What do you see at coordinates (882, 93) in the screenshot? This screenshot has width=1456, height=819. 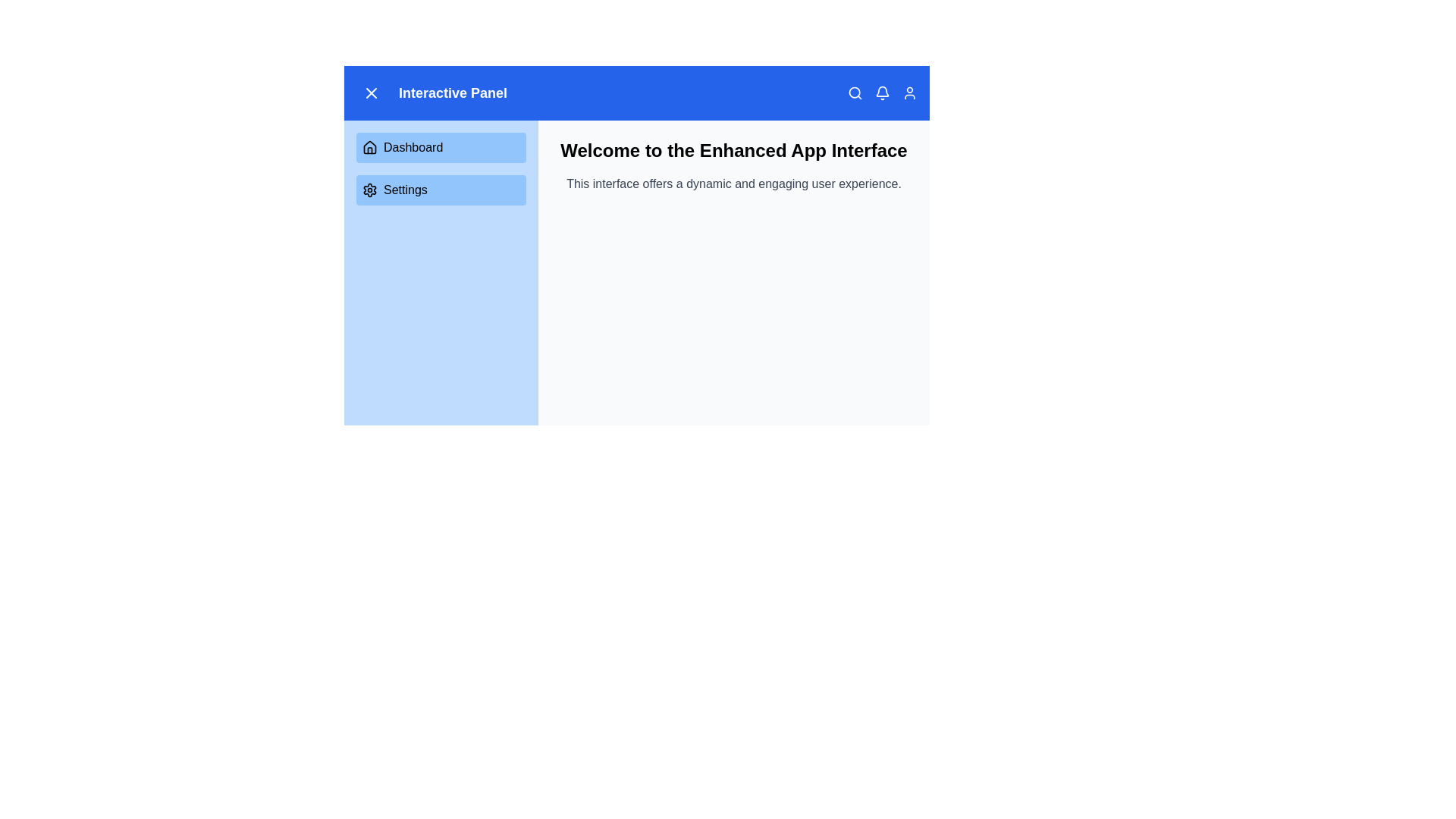 I see `the notification indicator icon located in the top-right corner of the interface` at bounding box center [882, 93].